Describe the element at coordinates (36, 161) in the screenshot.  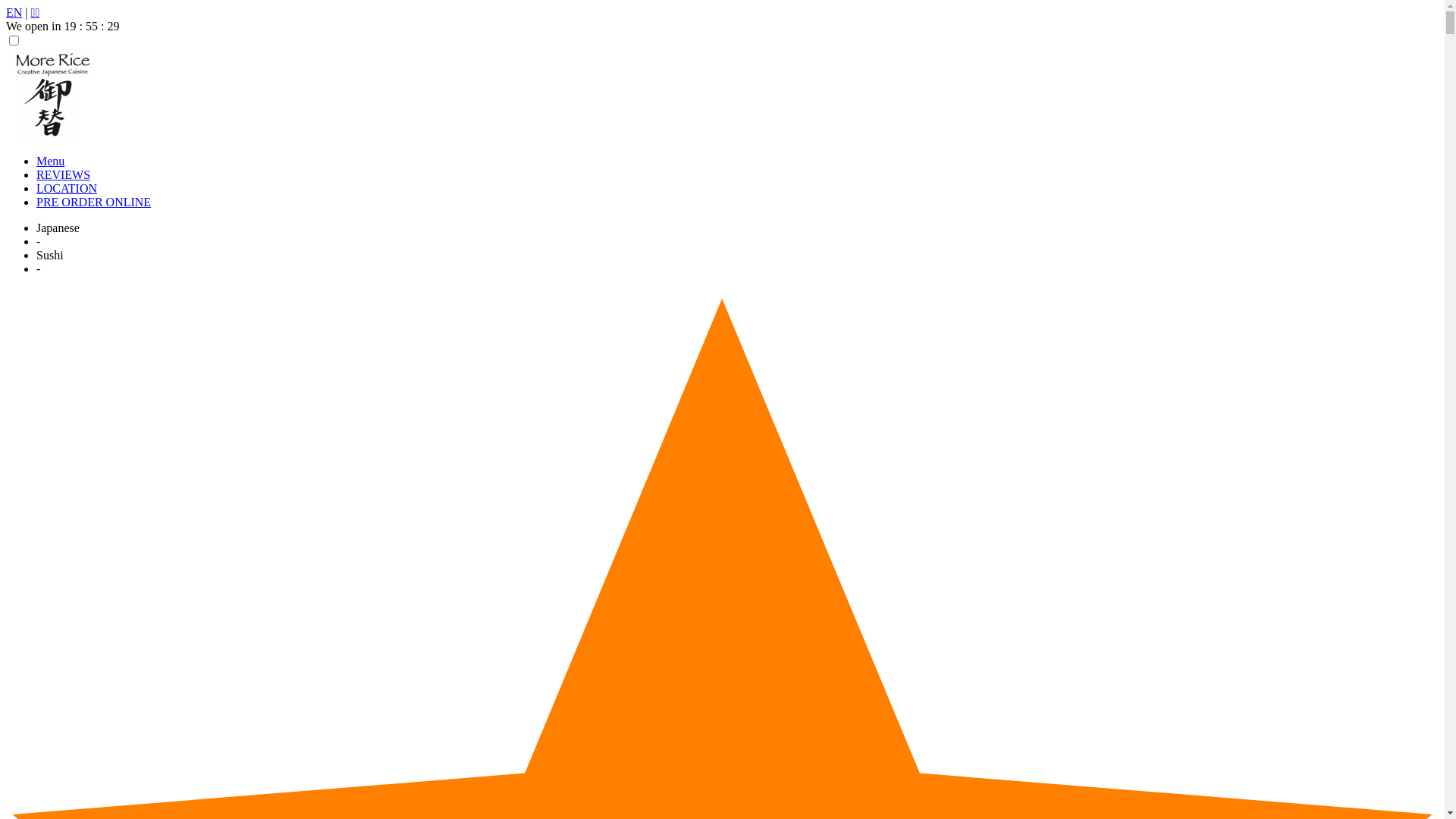
I see `'Menu'` at that location.